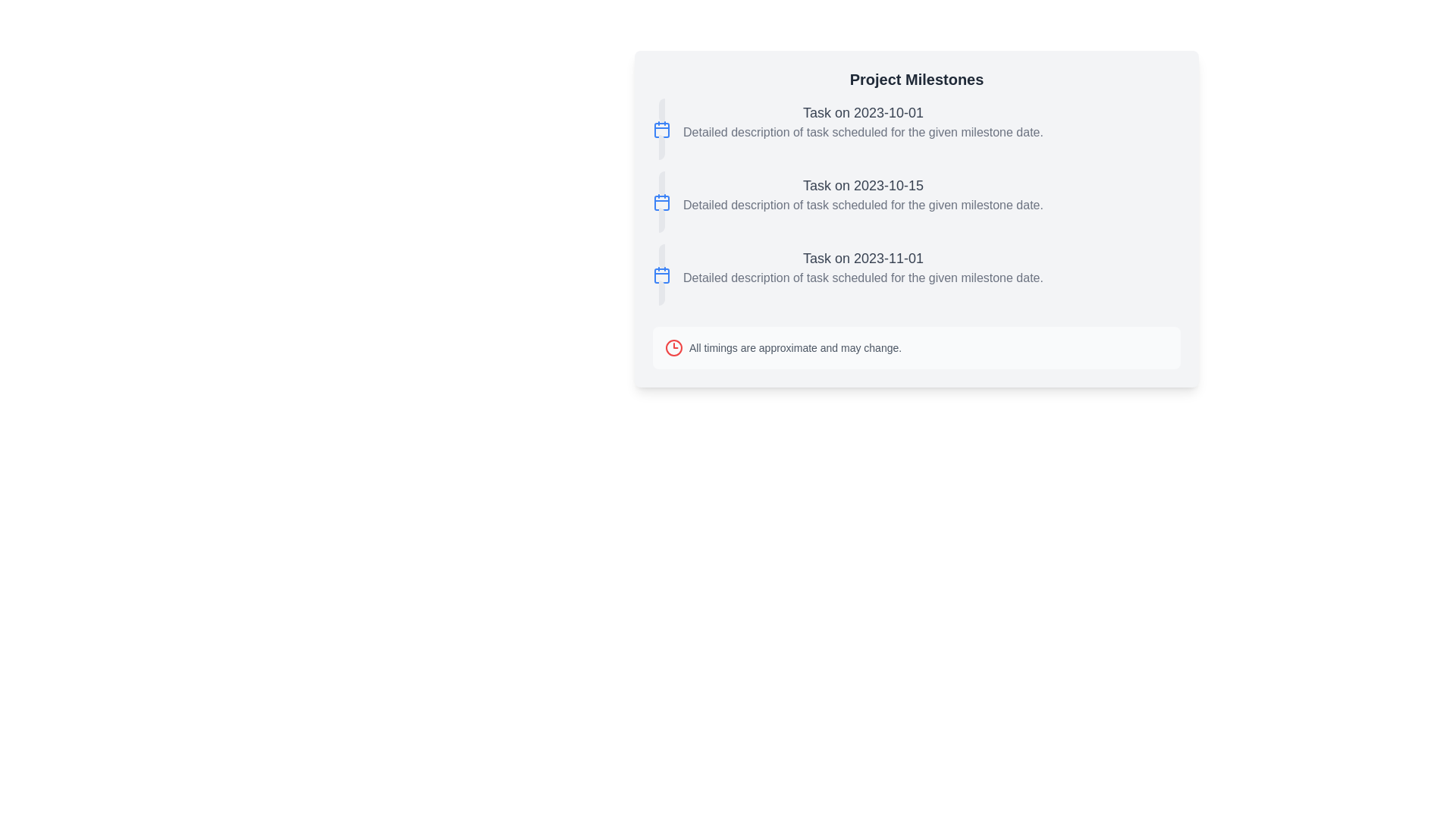 The image size is (1456, 819). Describe the element at coordinates (662, 128) in the screenshot. I see `the calendar icon located to the left of the text 'Task on 2023-10-01', which is a square with rounded corners and blue strokes` at that location.